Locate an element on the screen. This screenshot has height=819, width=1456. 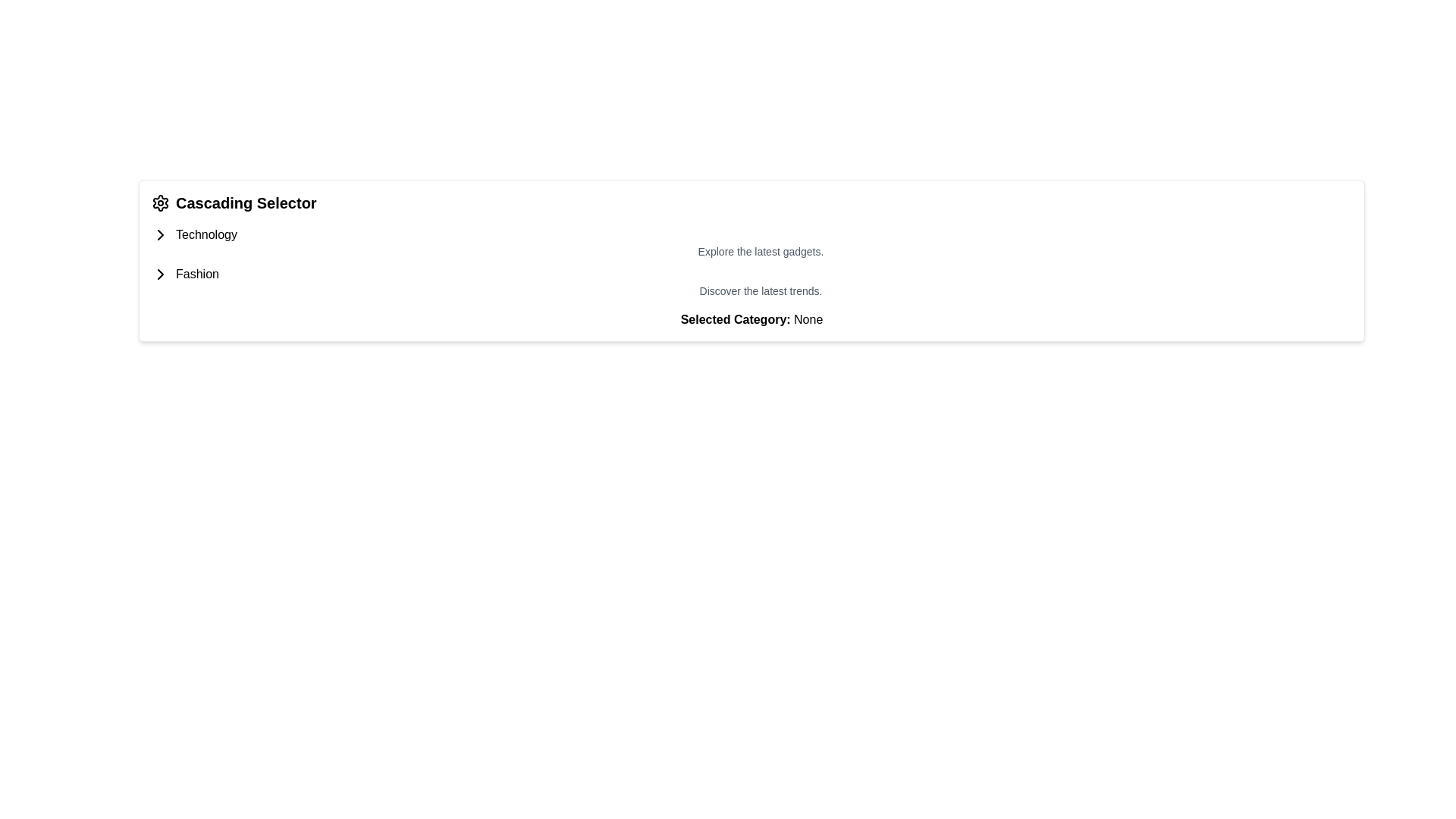
the Text Display that shows 'Explore the latest gadgets.' positioned below the 'Technology' label is located at coordinates (752, 250).